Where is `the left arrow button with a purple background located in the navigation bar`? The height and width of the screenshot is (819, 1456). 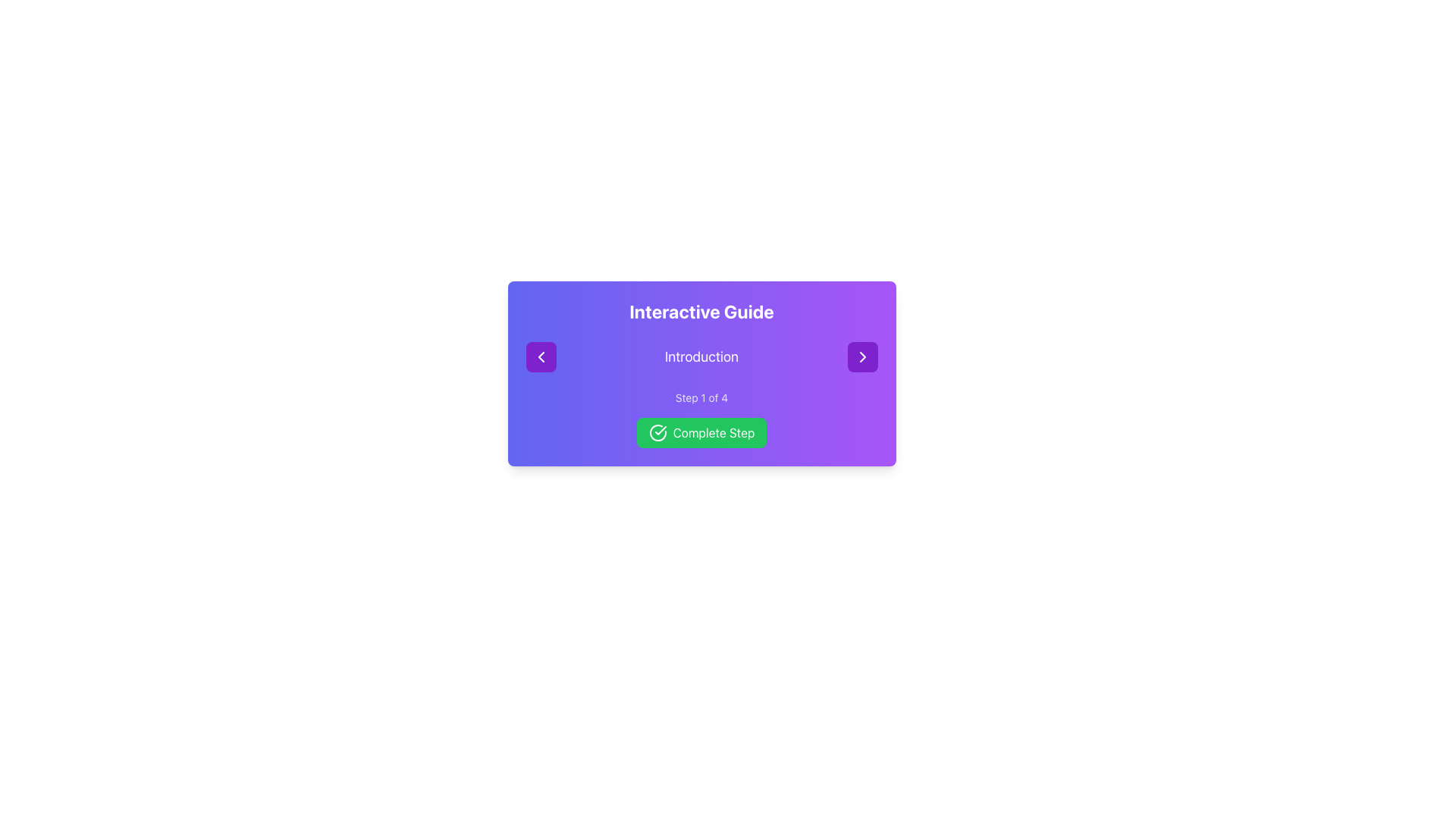 the left arrow button with a purple background located in the navigation bar is located at coordinates (541, 356).